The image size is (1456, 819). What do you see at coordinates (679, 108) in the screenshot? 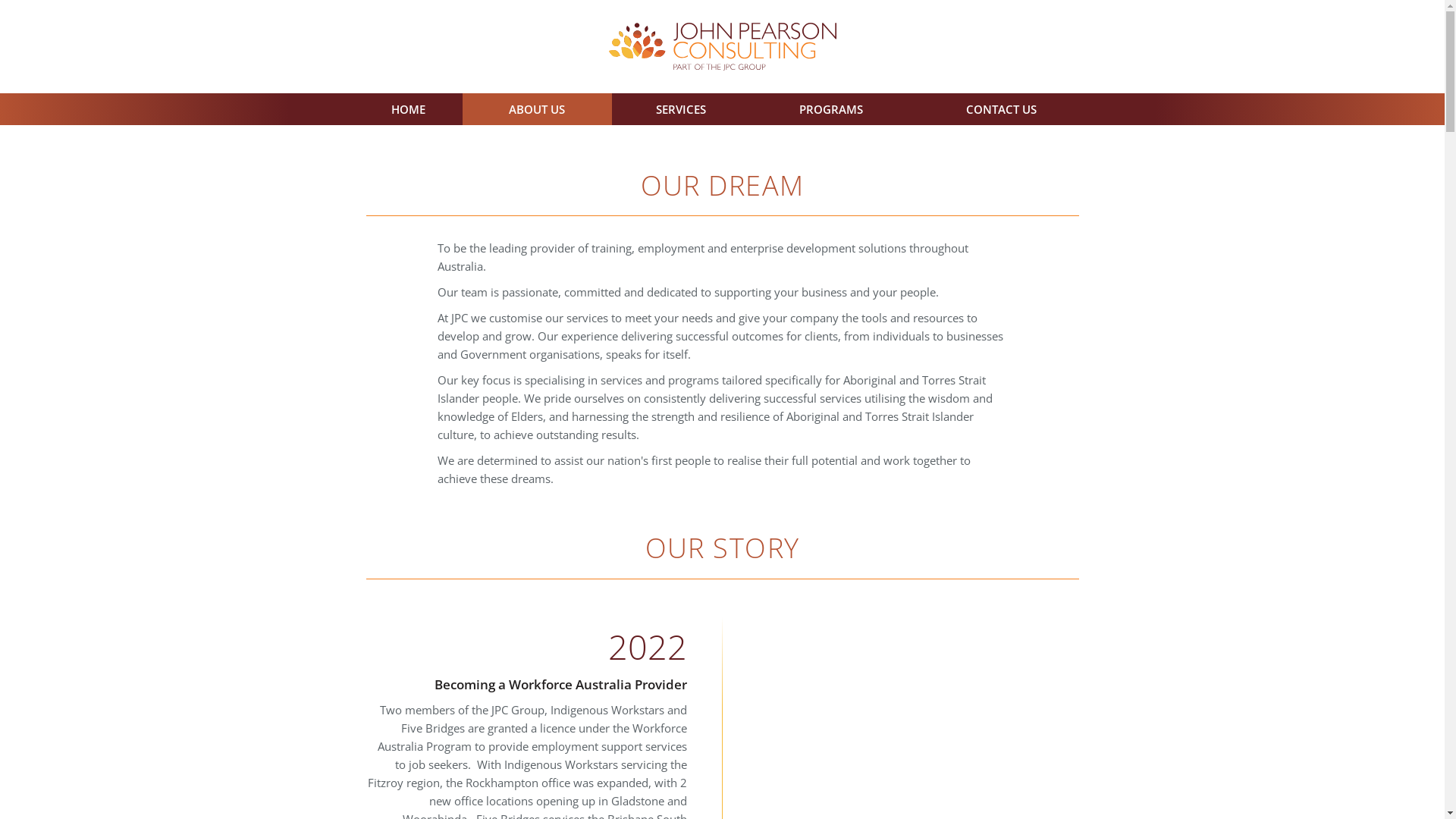
I see `'SERVICES'` at bounding box center [679, 108].